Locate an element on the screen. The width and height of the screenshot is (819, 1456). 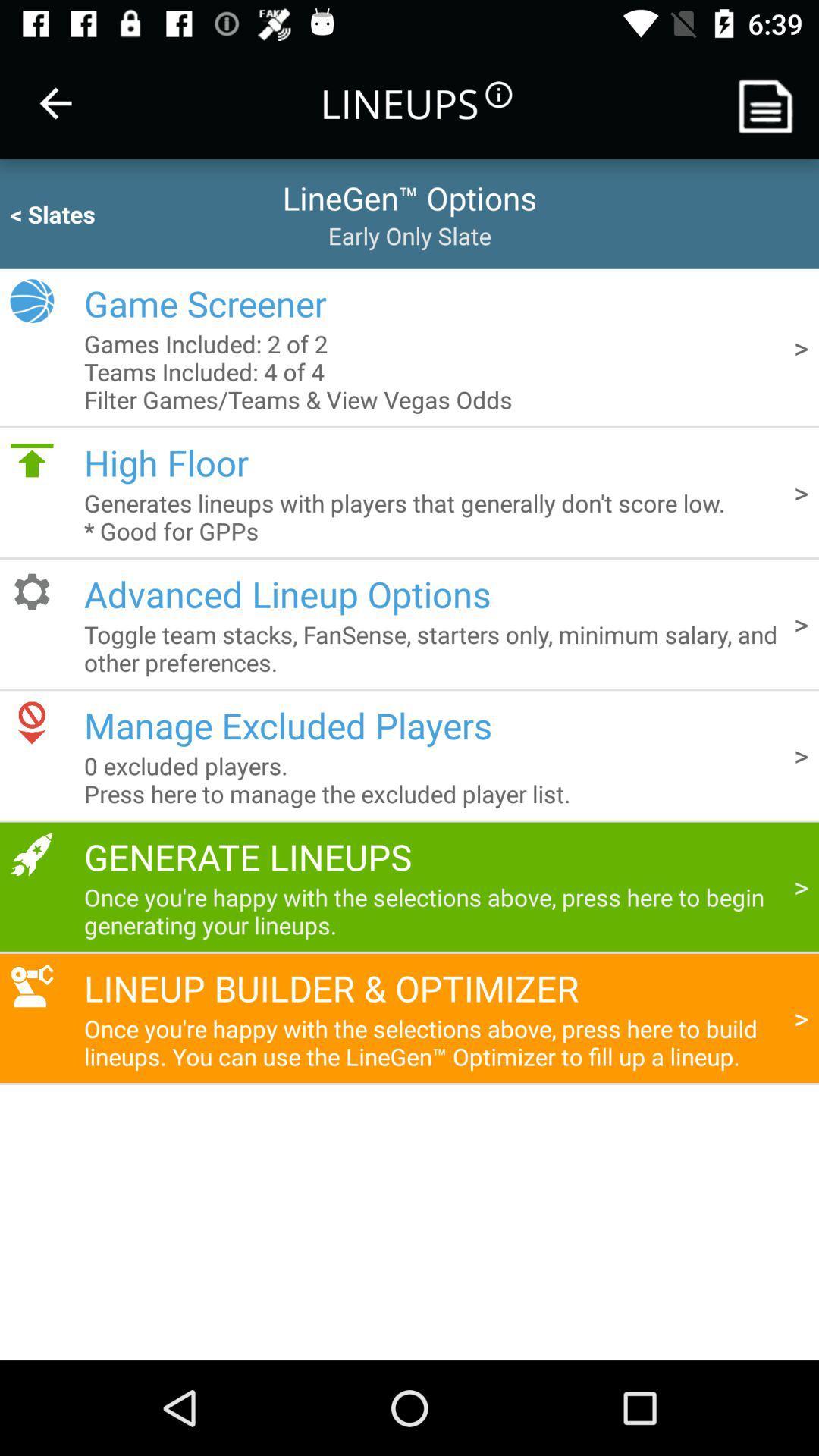
icon next to the lineups icon is located at coordinates (55, 102).